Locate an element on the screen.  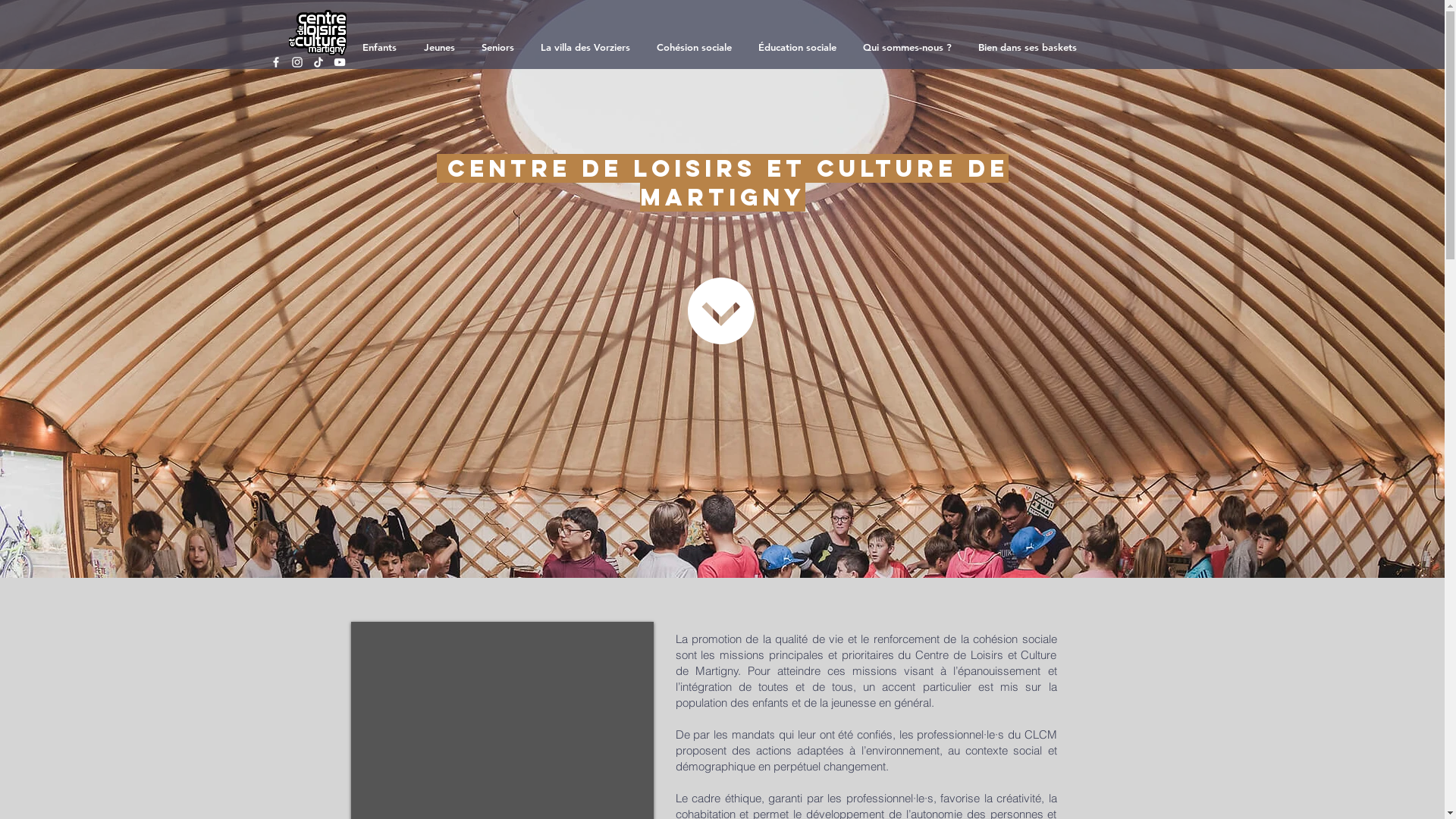
'Seniors' is located at coordinates (499, 45).